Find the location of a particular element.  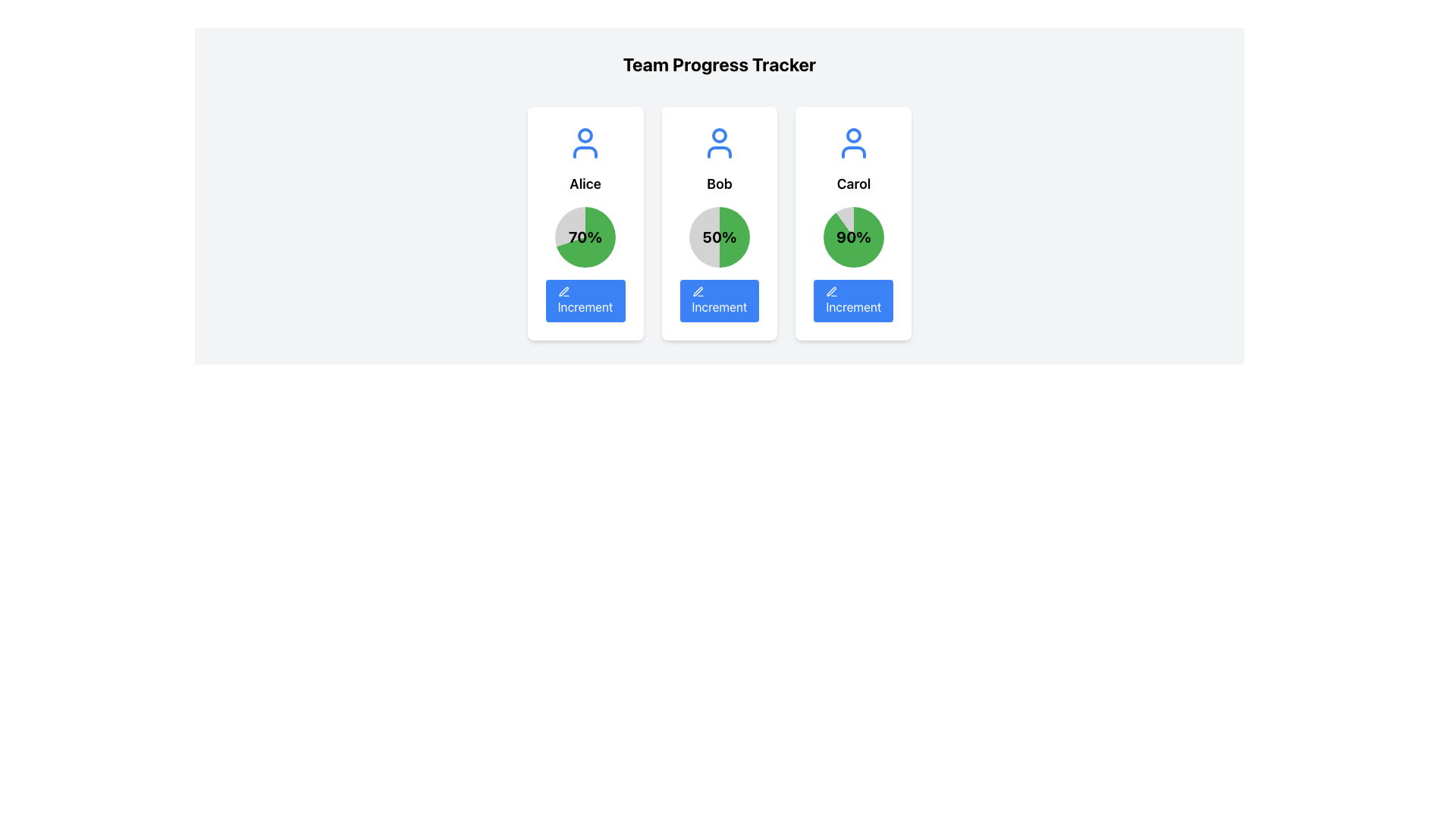

the bold and large-sized text displaying '50%' located centrally within the circular area of the middle card associated with 'Bob' is located at coordinates (719, 237).